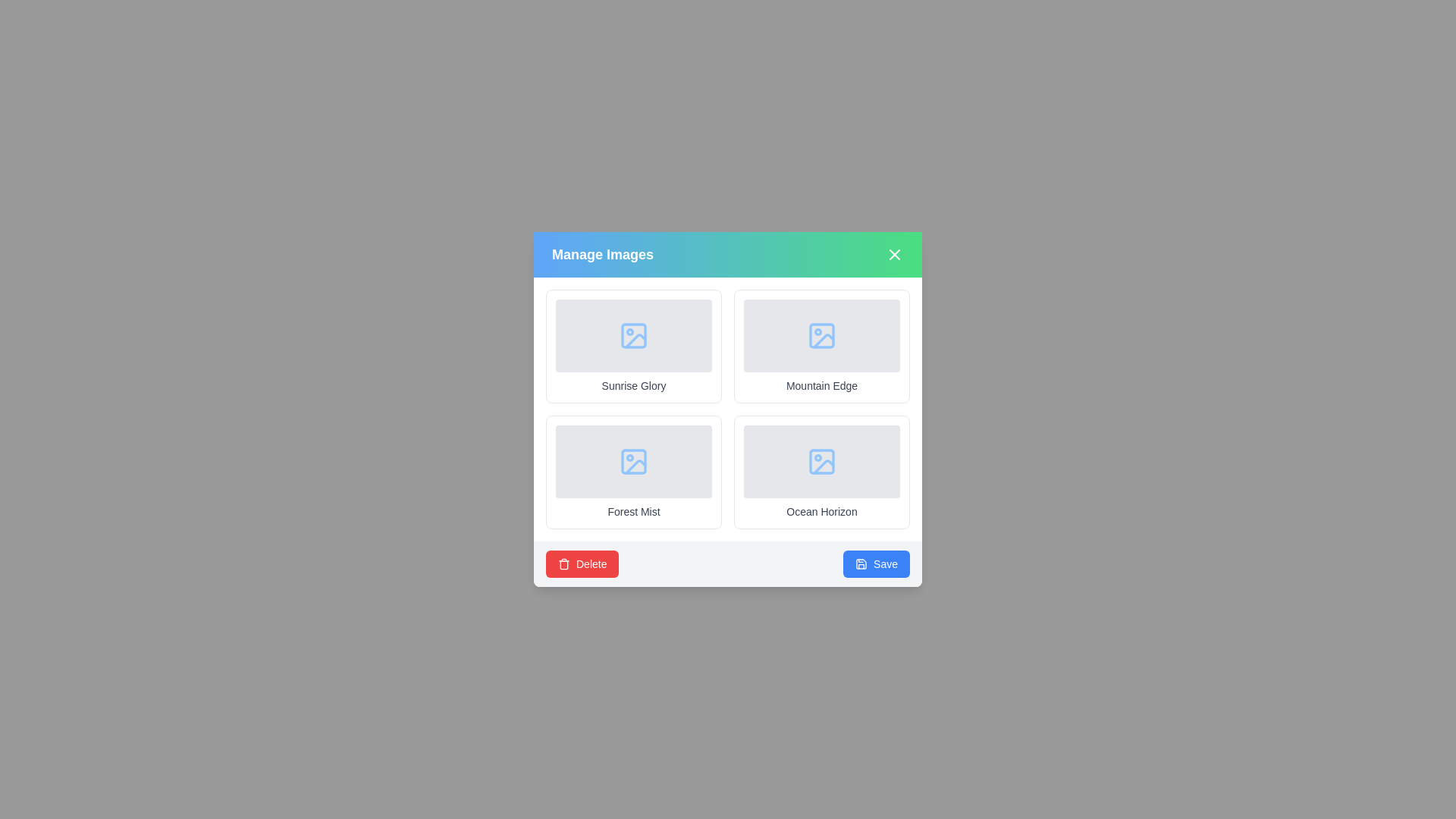  I want to click on the delete icon located to the left of the 'Delete' button text at the bottom left corner of the interface, so click(563, 564).